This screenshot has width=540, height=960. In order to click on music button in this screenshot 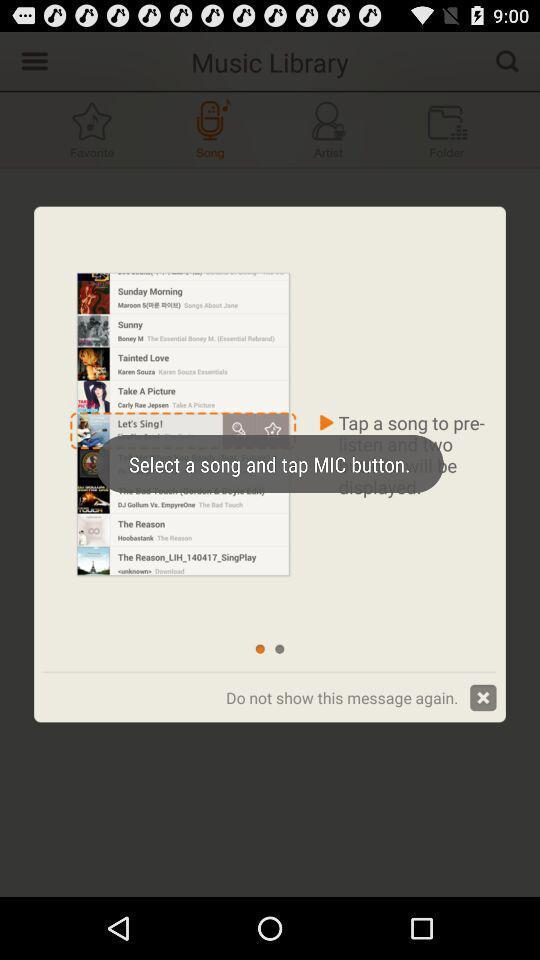, I will do `click(328, 128)`.